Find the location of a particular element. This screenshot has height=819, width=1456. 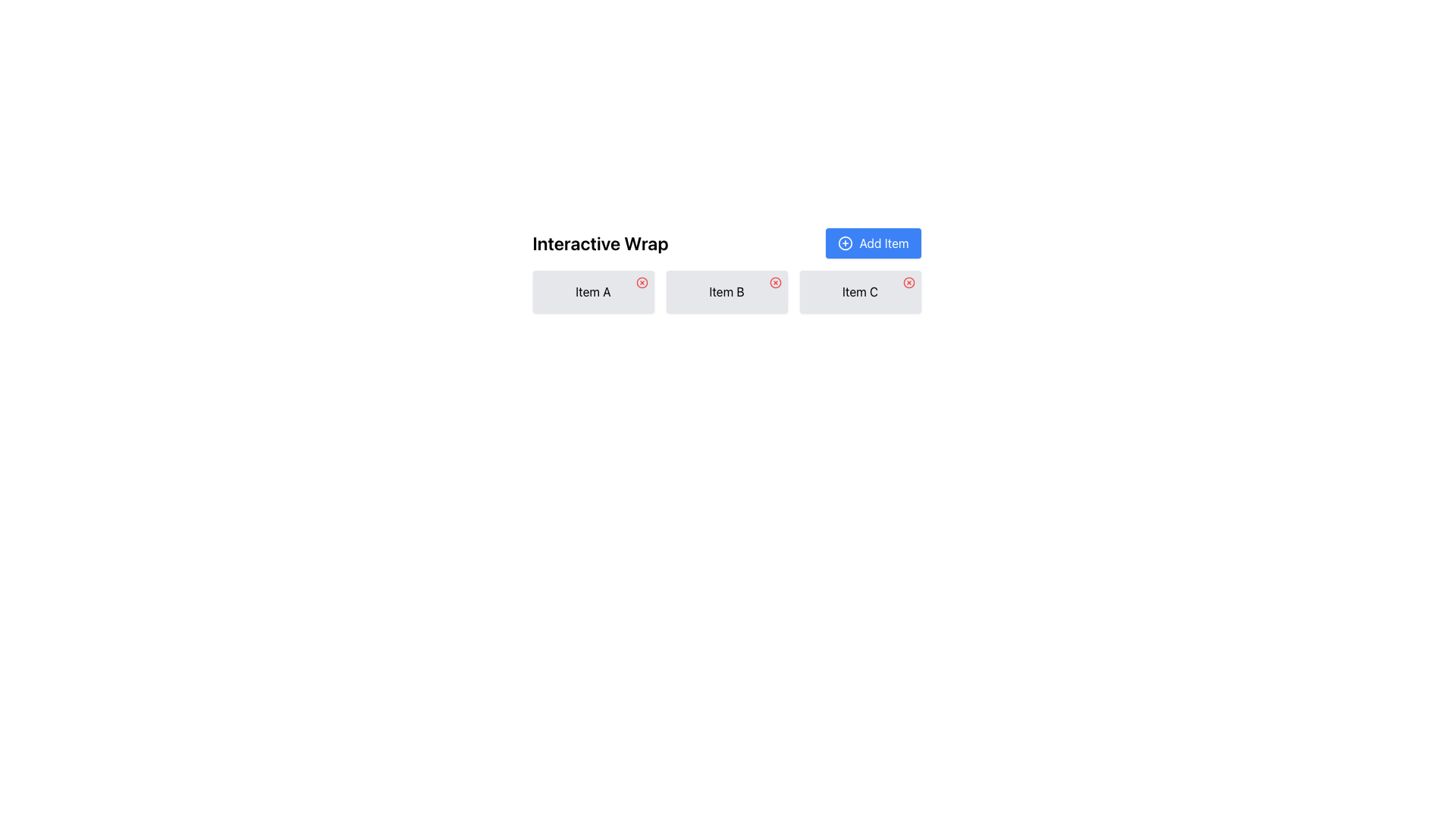

the Text Label that serves as a header or title for the section, located to the left of the 'Add Item' button and above the items labeled 'Item A,' 'Item B,' and 'Item C' is located at coordinates (600, 242).